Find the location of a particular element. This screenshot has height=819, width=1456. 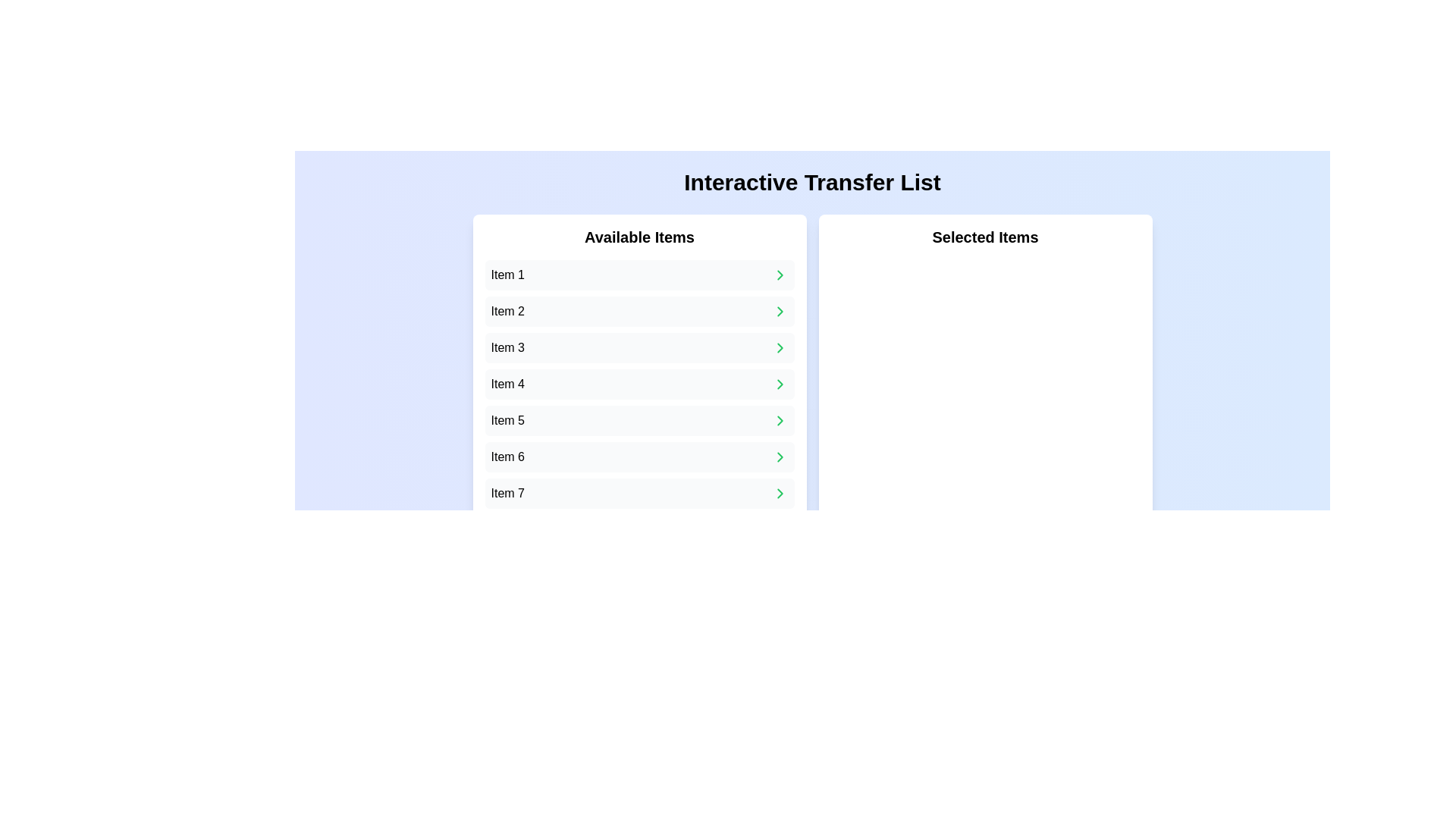

the text label displaying 'Item 5' in the vertical list under 'Available Items' is located at coordinates (507, 421).